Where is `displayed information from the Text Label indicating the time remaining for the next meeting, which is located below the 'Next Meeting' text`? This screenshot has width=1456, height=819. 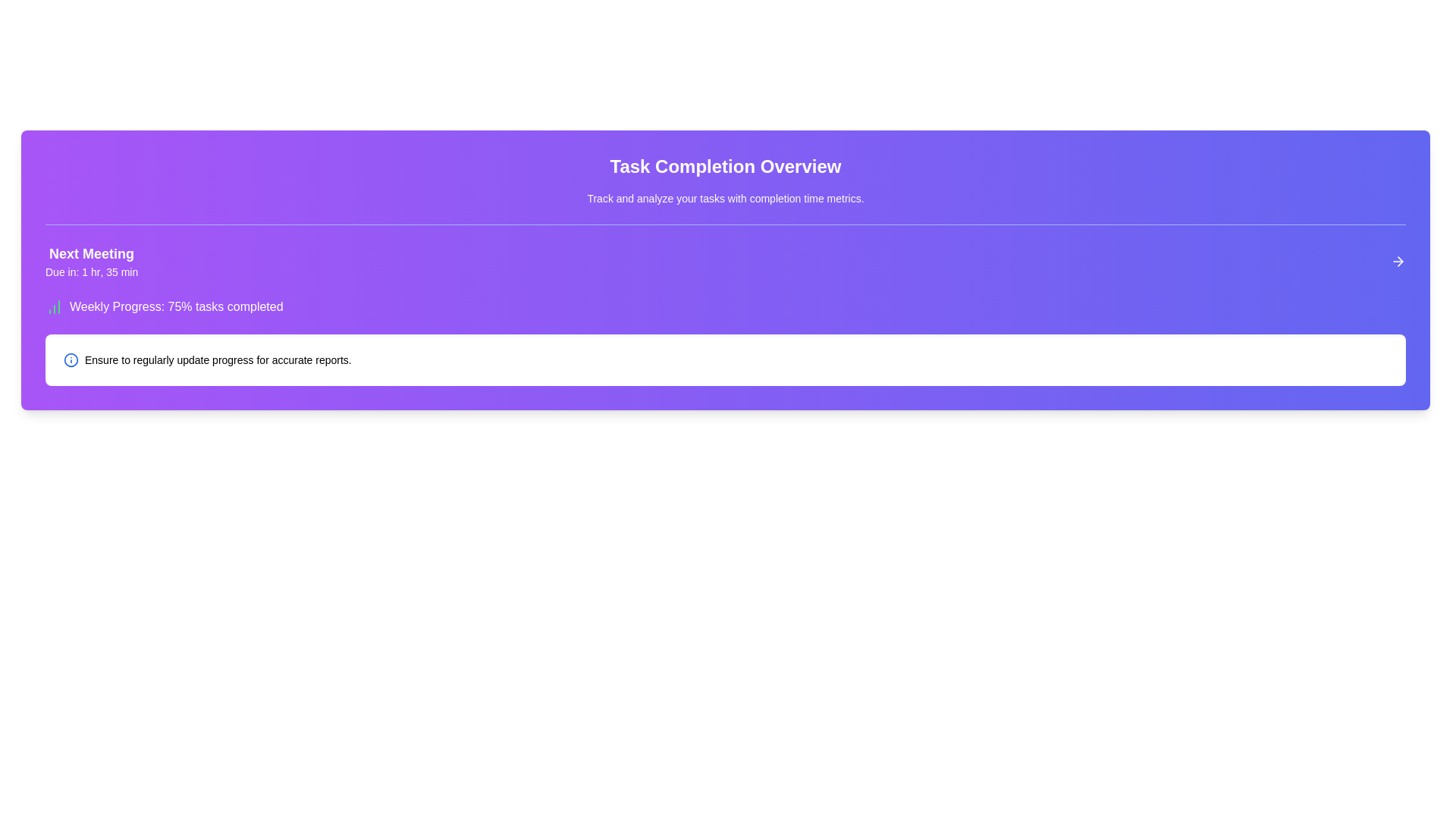
displayed information from the Text Label indicating the time remaining for the next meeting, which is located below the 'Next Meeting' text is located at coordinates (91, 271).